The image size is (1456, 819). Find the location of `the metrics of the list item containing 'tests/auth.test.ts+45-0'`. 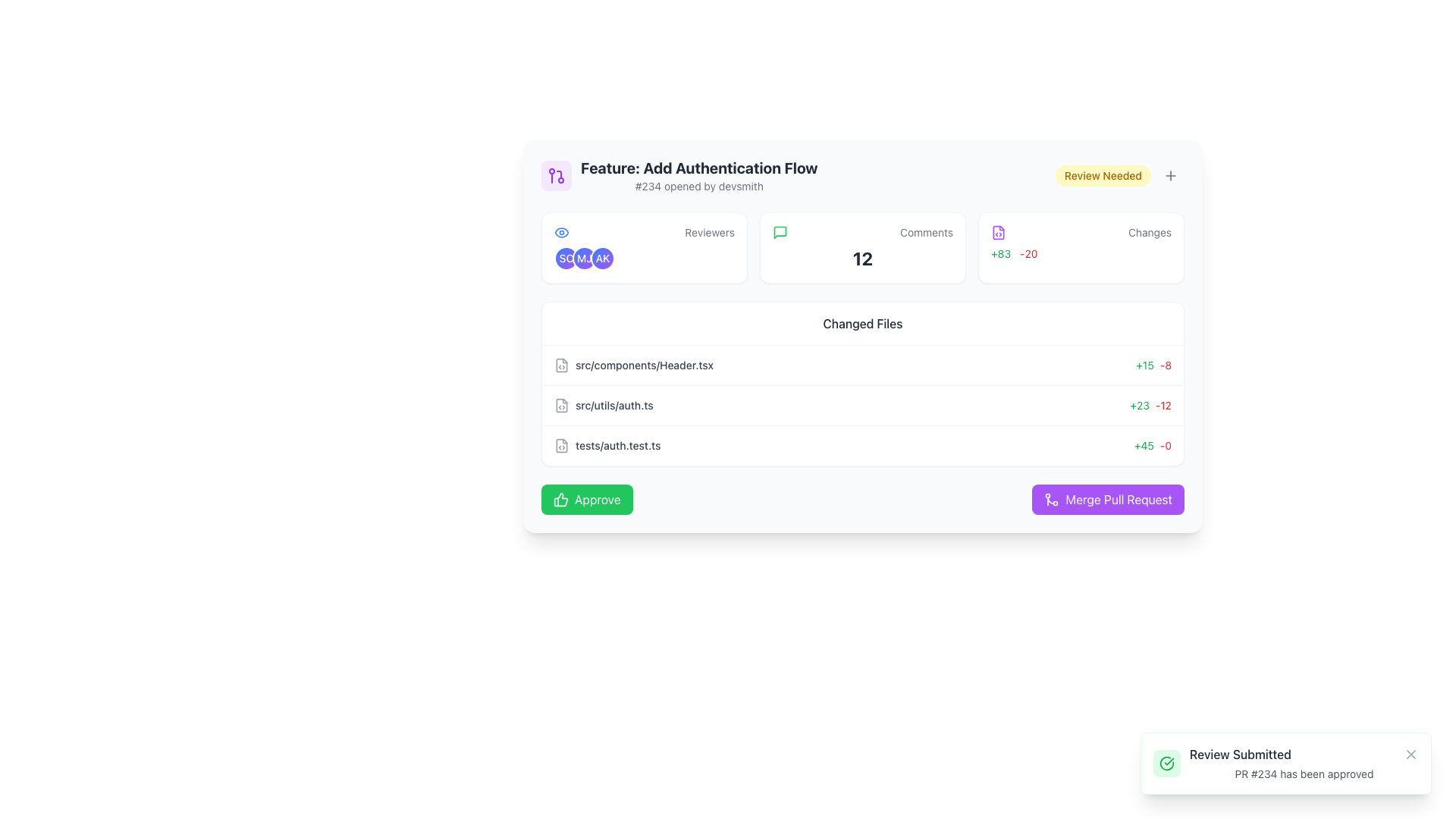

the metrics of the list item containing 'tests/auth.test.ts+45-0' is located at coordinates (862, 444).